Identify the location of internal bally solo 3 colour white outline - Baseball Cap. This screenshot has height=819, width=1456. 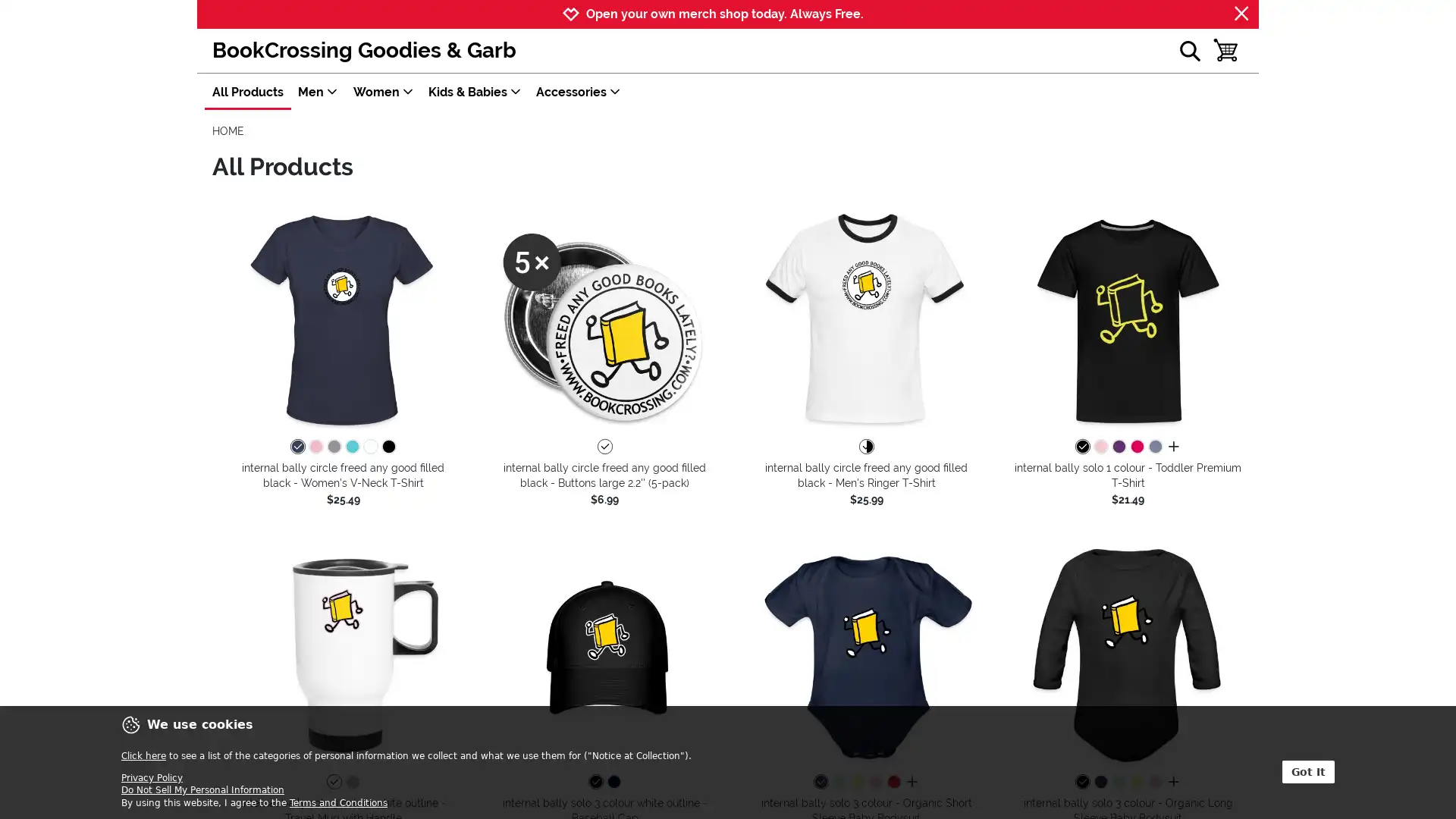
(604, 654).